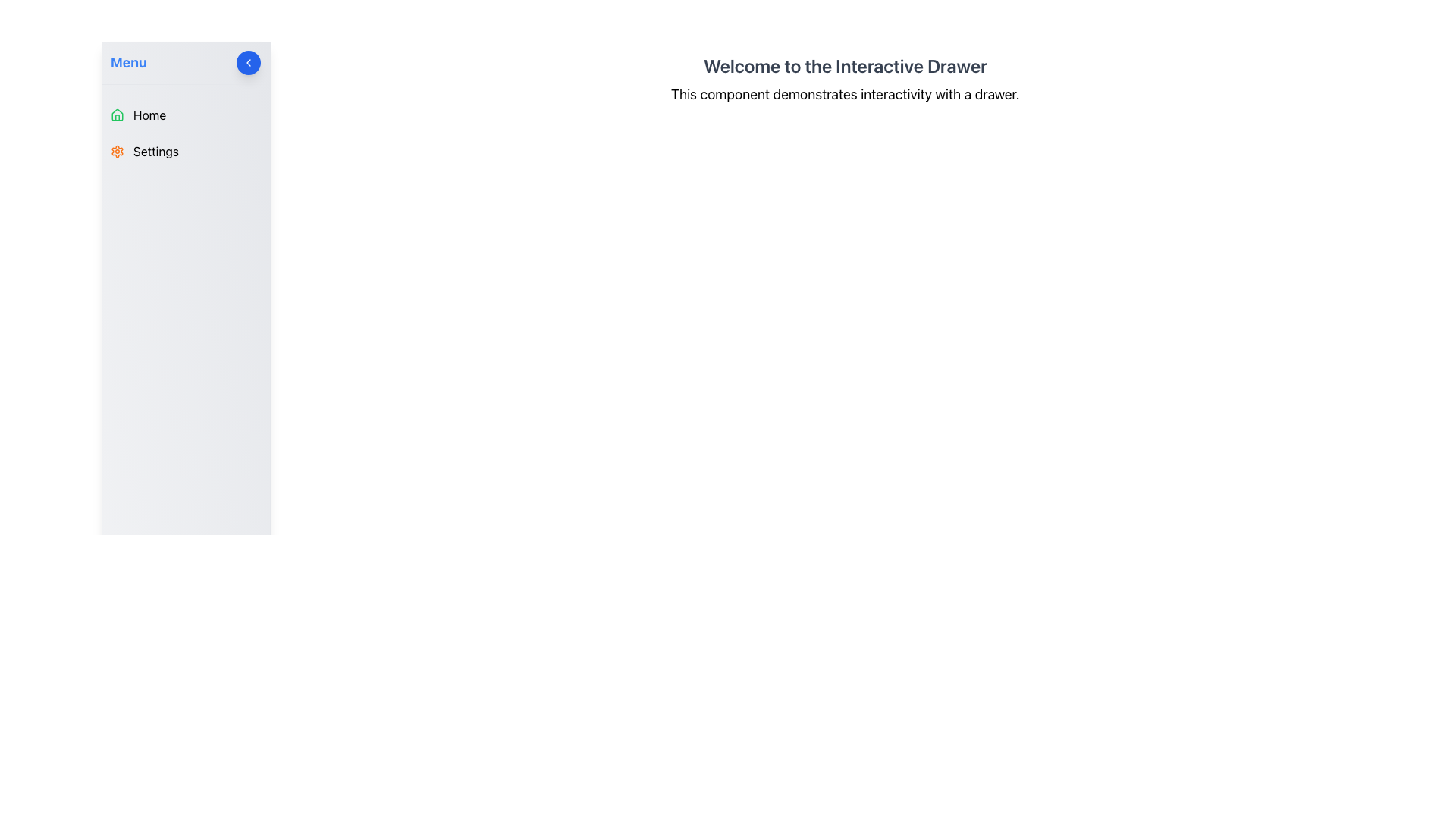  I want to click on the 'Home' Text Label located in the left vertical menu under the header 'Menu', positioned to the right of a green house-shaped icon, so click(149, 114).